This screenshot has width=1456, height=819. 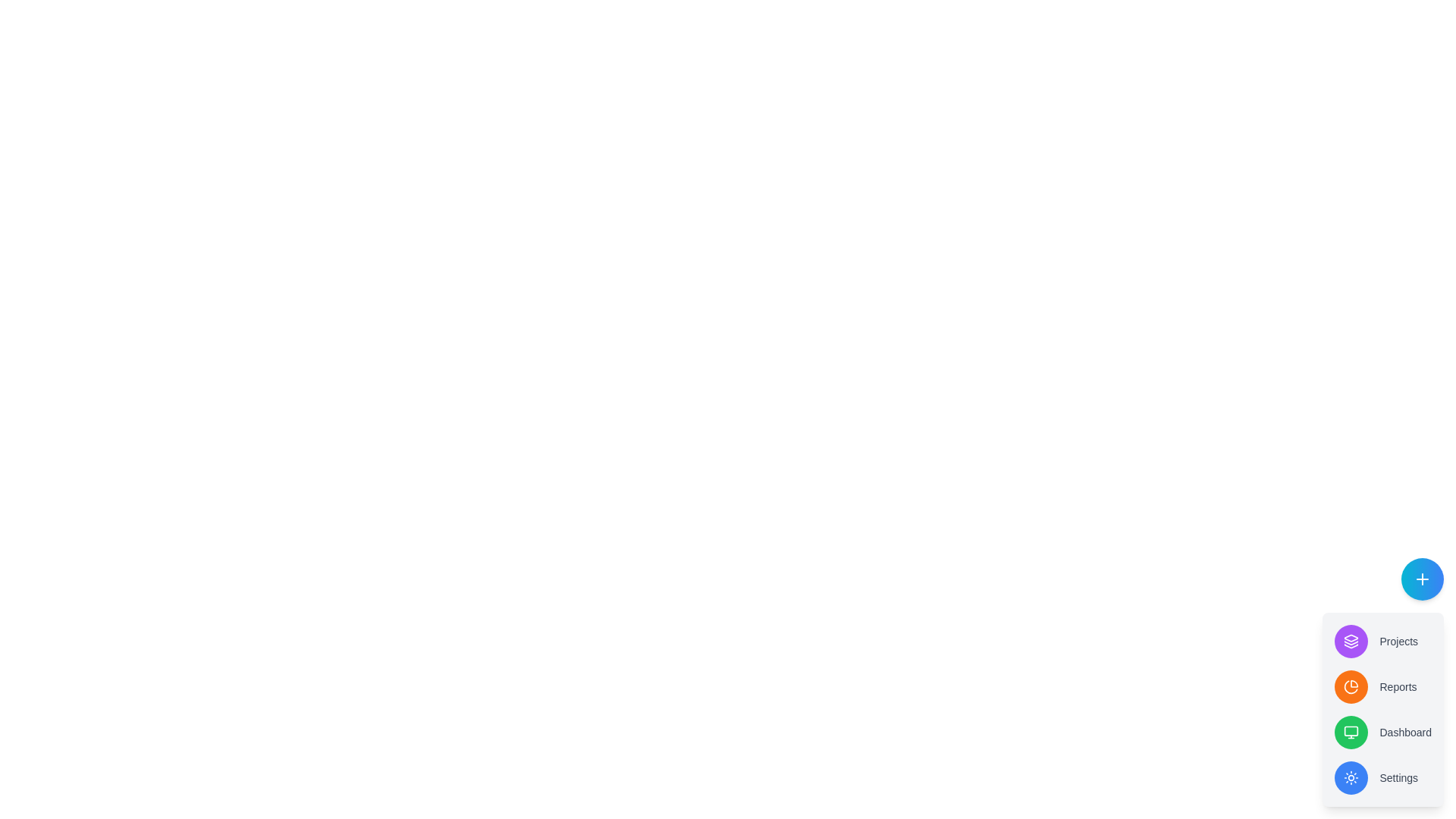 What do you see at coordinates (1351, 687) in the screenshot?
I see `the bright orange circular button with a white pie chart icon` at bounding box center [1351, 687].